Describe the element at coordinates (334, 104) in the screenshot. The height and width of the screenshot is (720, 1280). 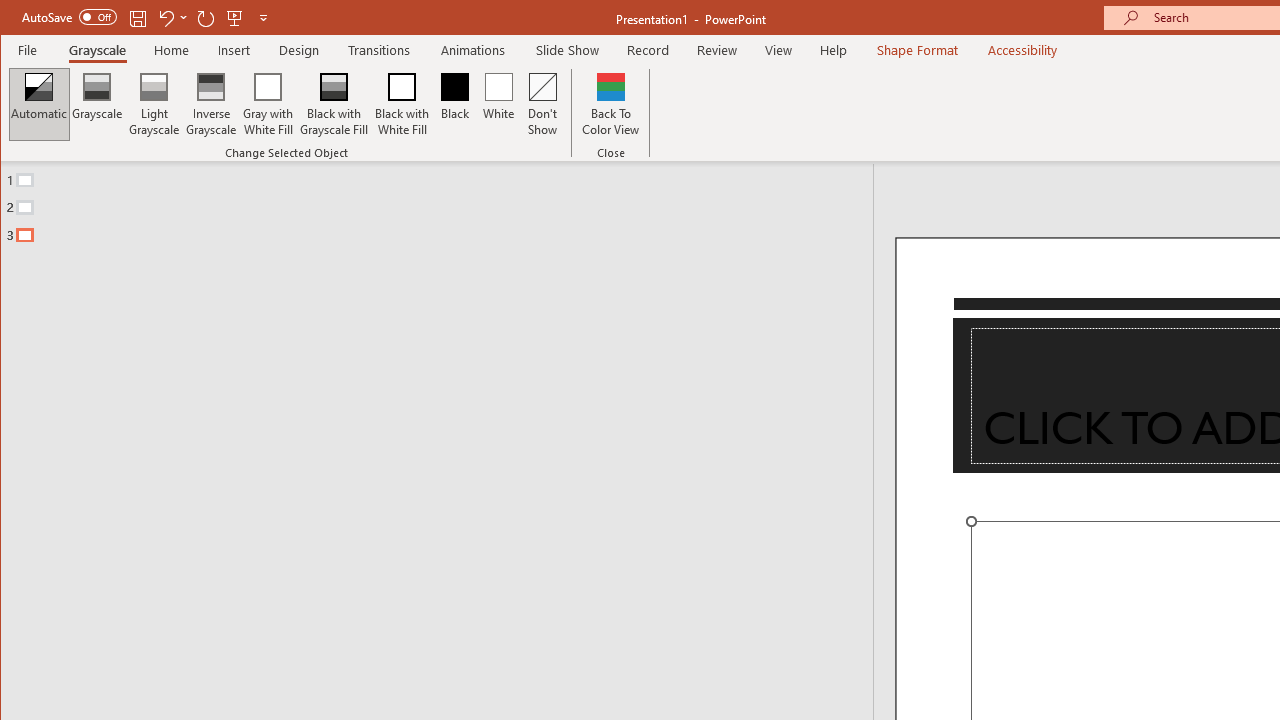
I see `'Black with Grayscale Fill'` at that location.